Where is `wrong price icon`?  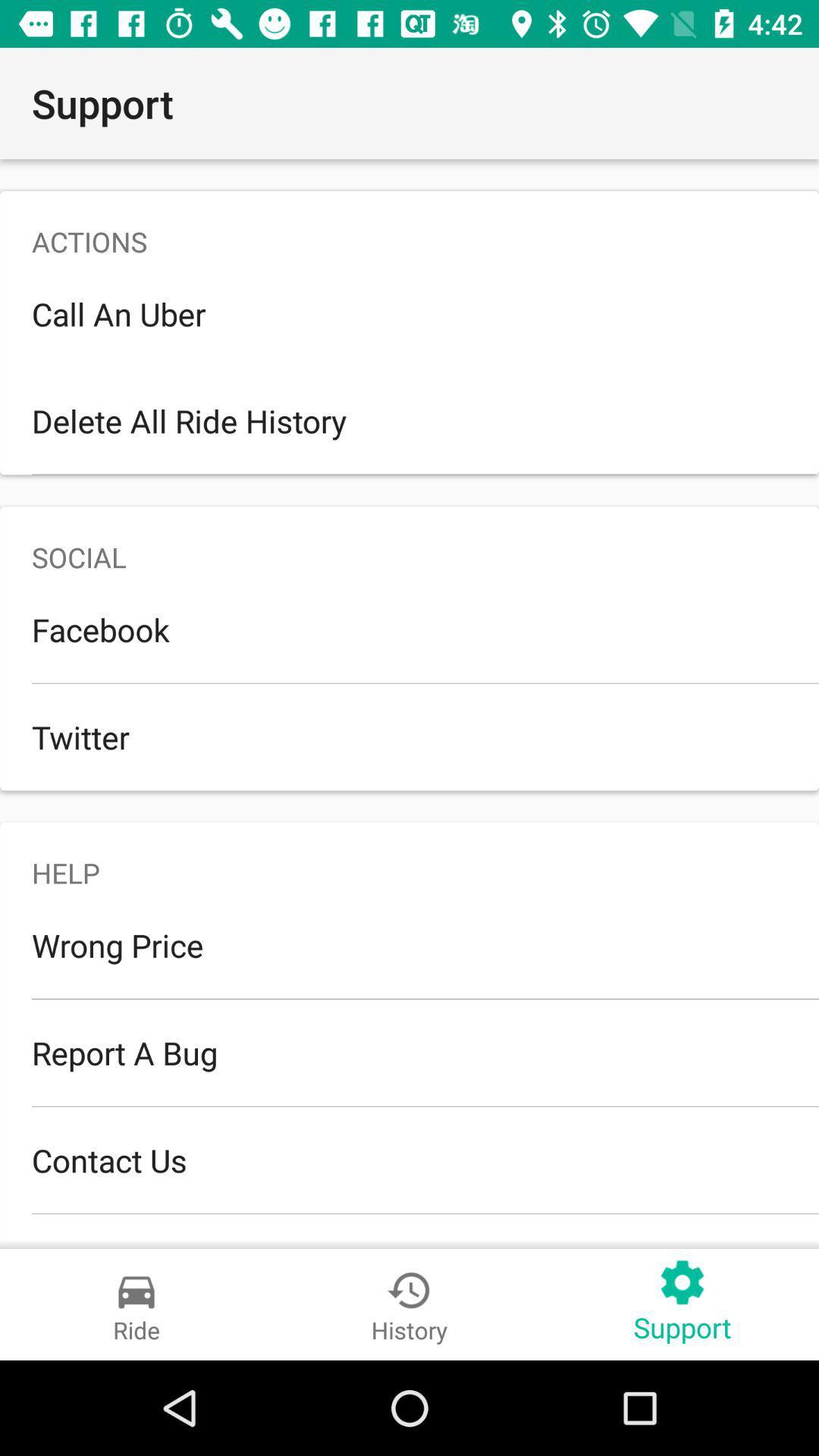
wrong price icon is located at coordinates (409, 944).